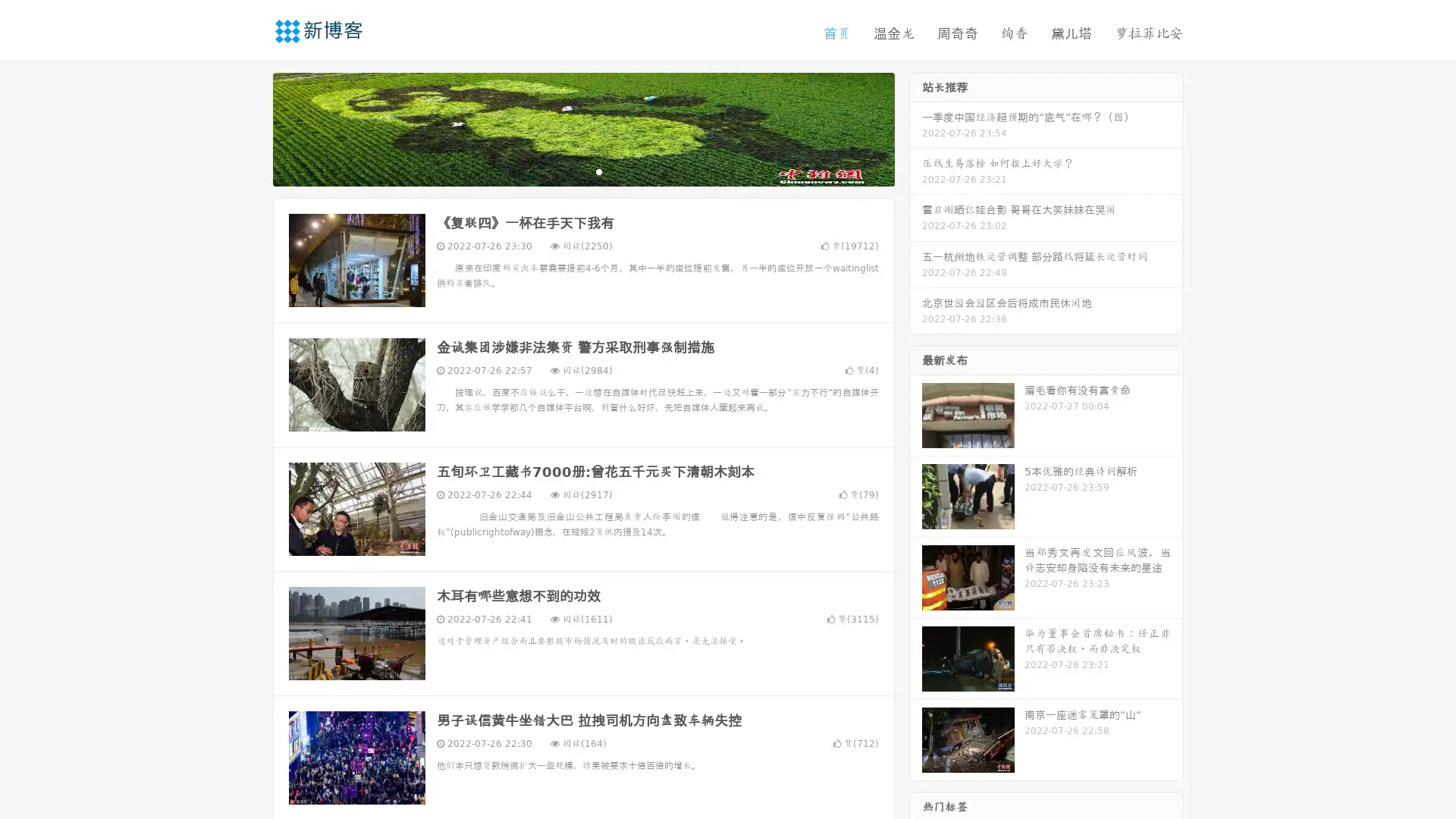 The width and height of the screenshot is (1456, 819). I want to click on Previous slide, so click(250, 127).